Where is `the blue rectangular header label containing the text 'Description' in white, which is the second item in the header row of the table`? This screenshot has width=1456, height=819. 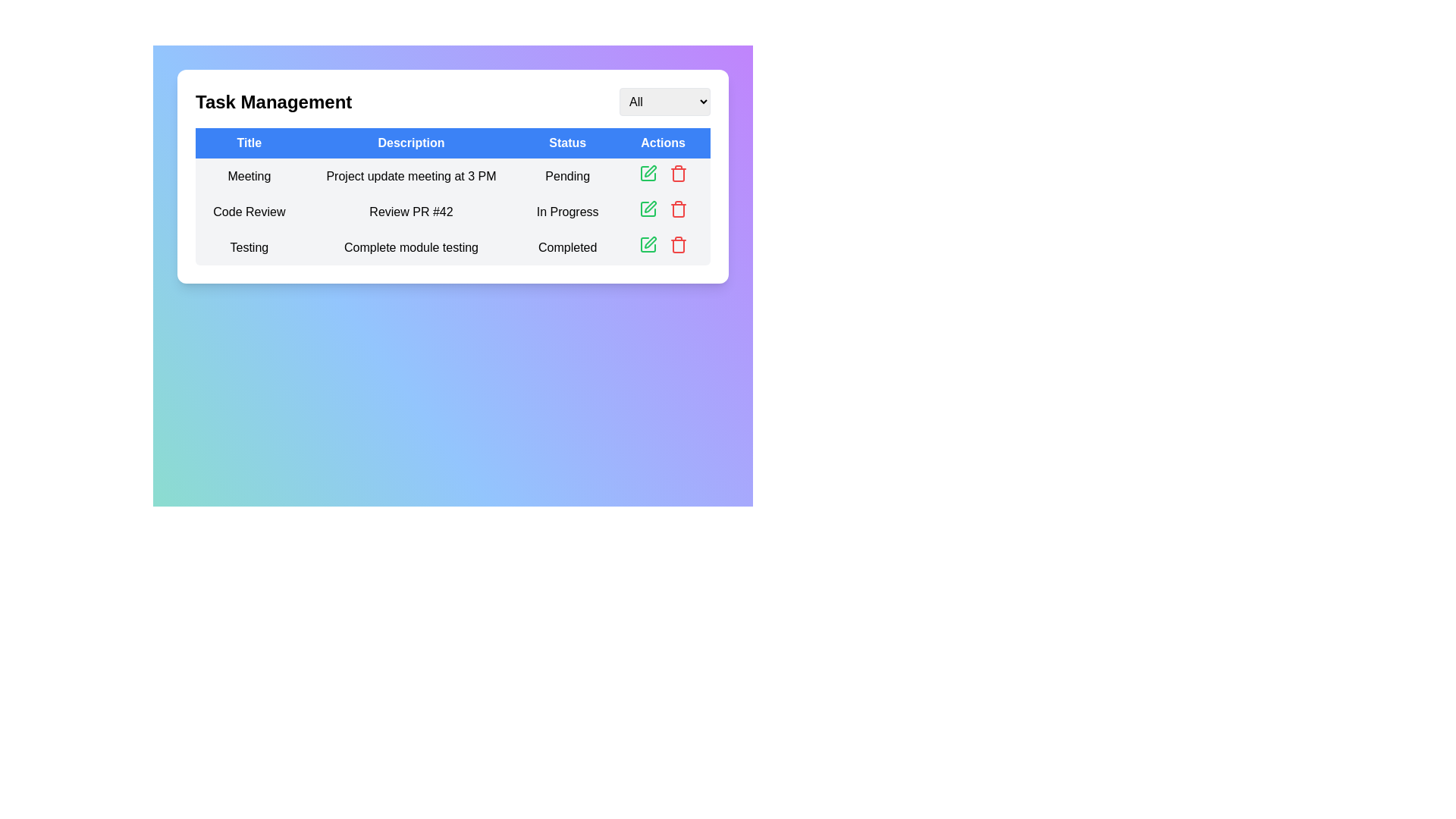 the blue rectangular header label containing the text 'Description' in white, which is the second item in the header row of the table is located at coordinates (411, 143).